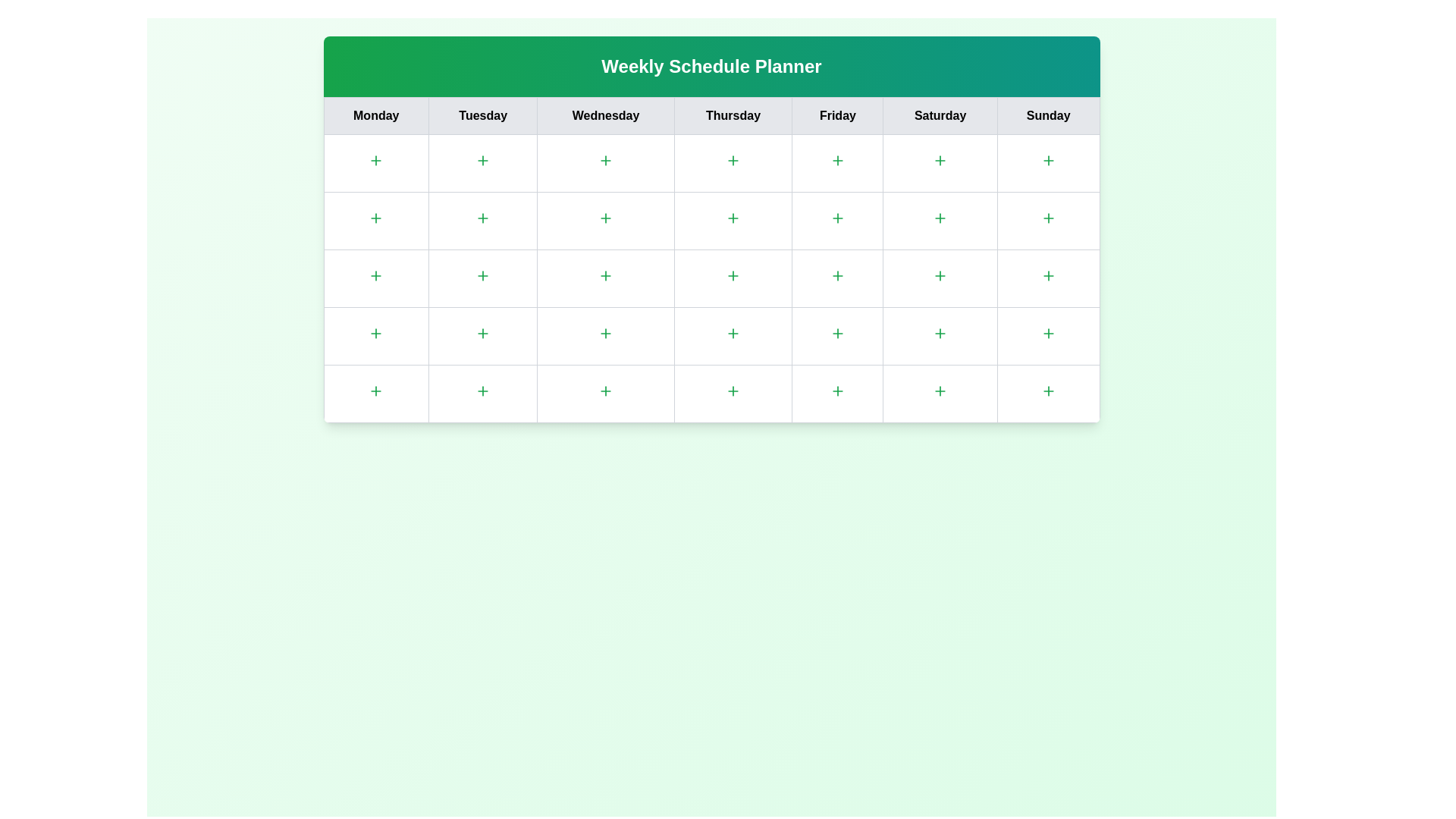  What do you see at coordinates (940, 115) in the screenshot?
I see `the column header for Saturday` at bounding box center [940, 115].